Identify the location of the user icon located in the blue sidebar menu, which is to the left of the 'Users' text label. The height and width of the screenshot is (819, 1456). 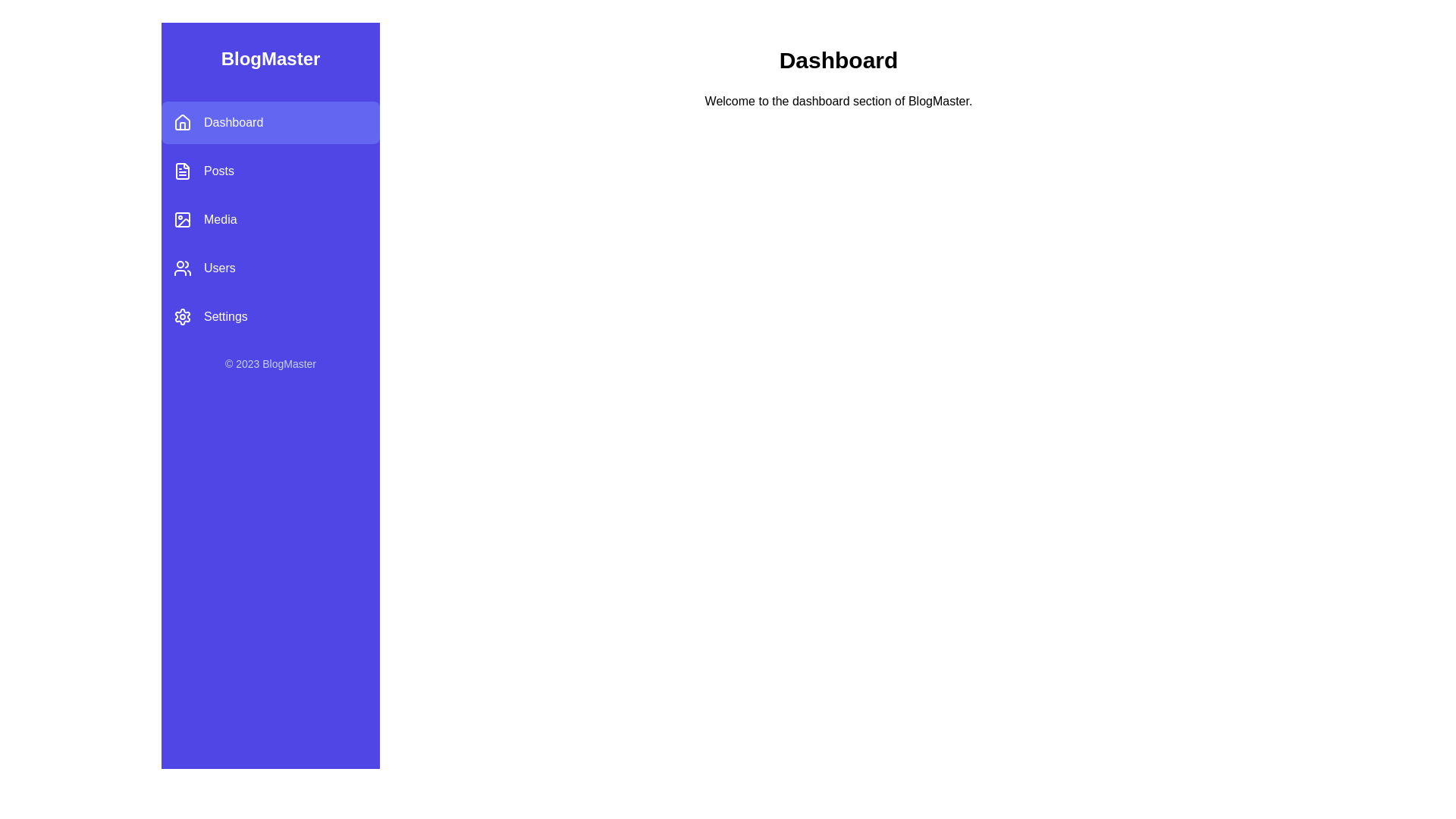
(182, 268).